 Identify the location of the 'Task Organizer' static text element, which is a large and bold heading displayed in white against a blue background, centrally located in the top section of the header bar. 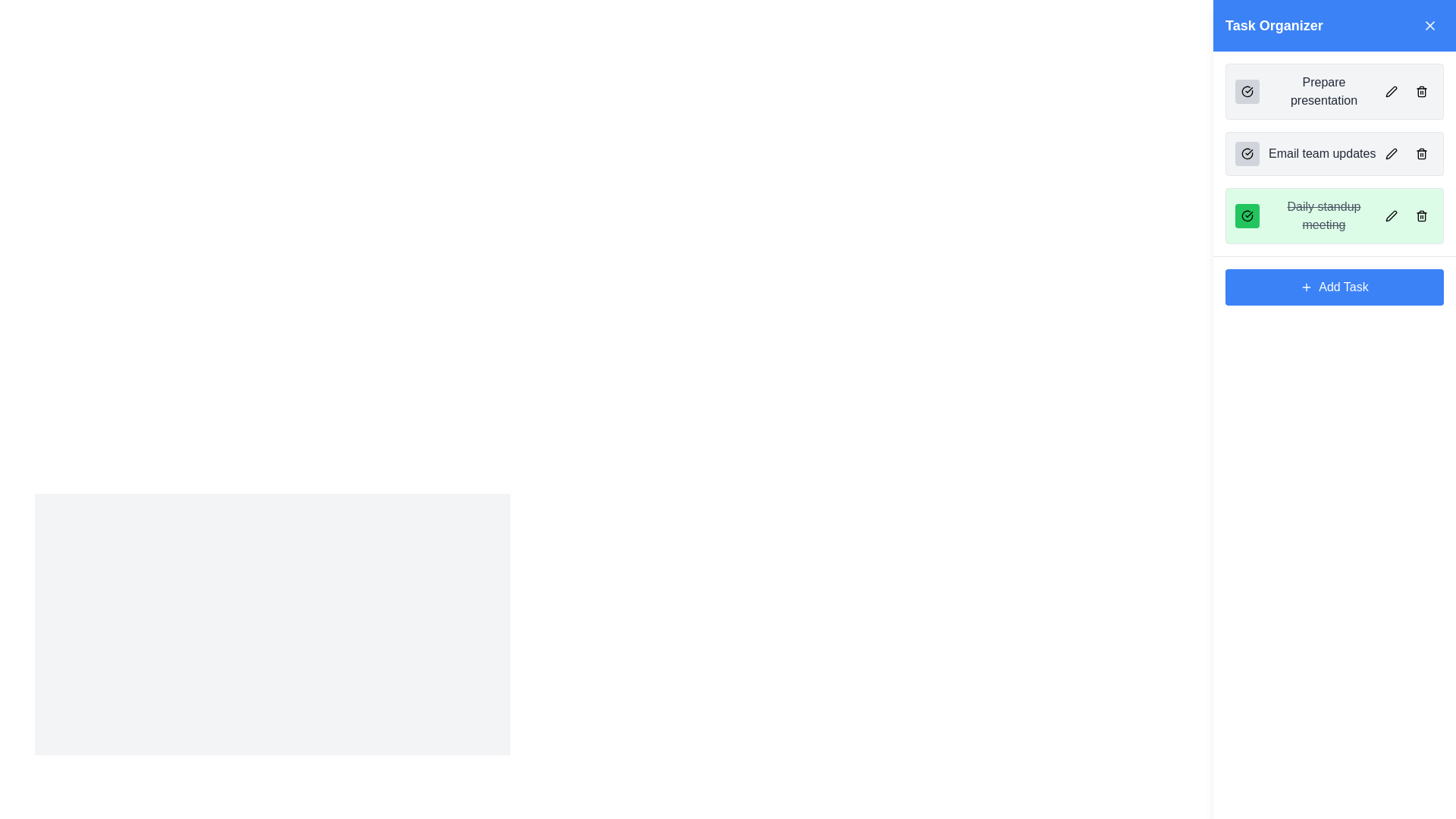
(1274, 26).